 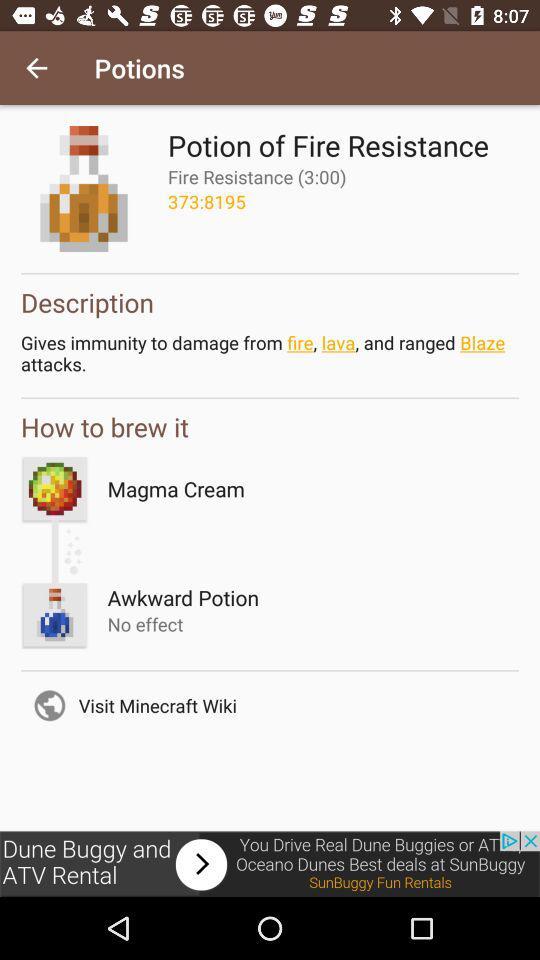 What do you see at coordinates (55, 613) in the screenshot?
I see `the avatar icon` at bounding box center [55, 613].